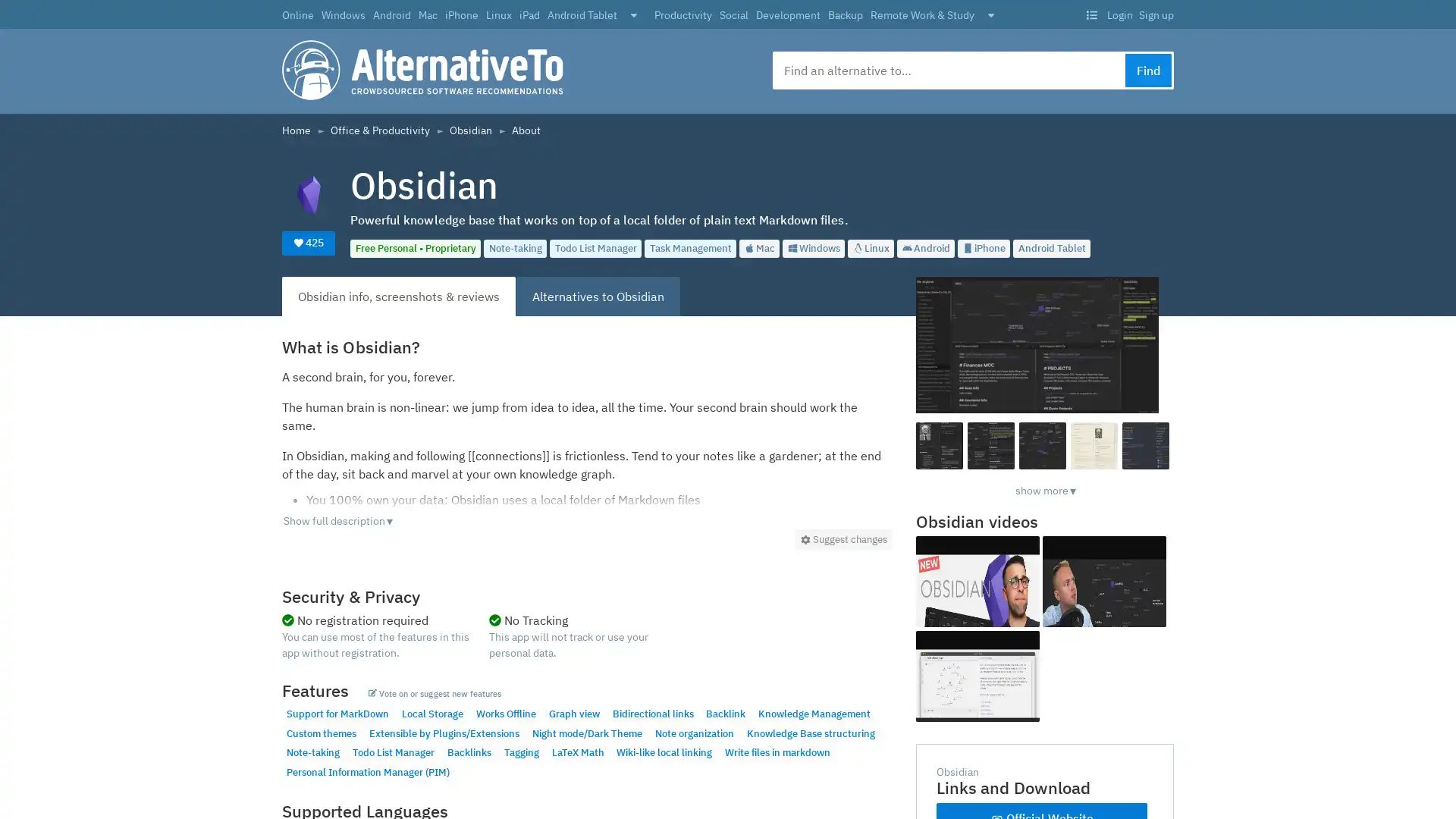  I want to click on Obsidian menu, so click(843, 538).